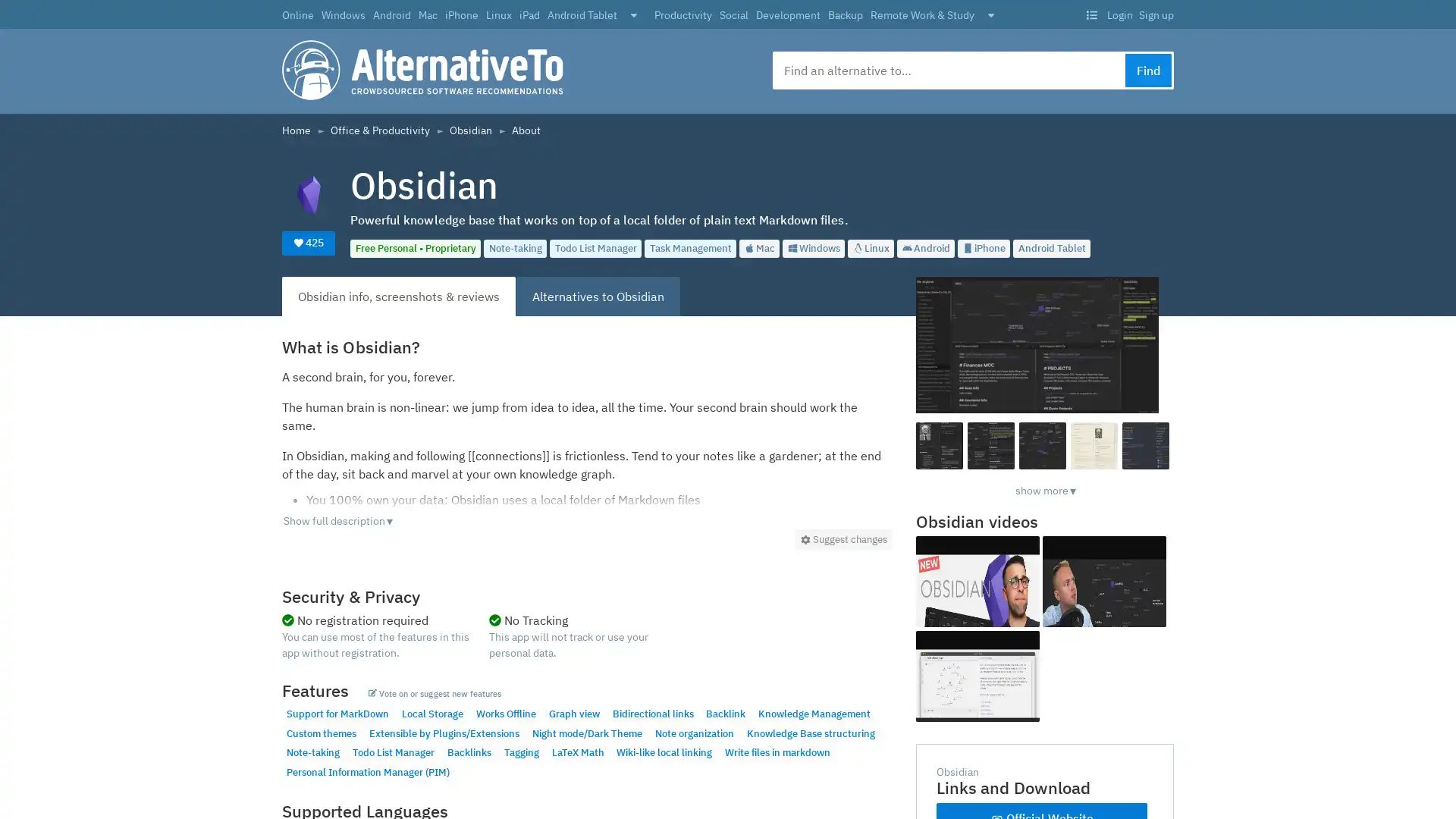  I want to click on Obsidian menu, so click(843, 538).